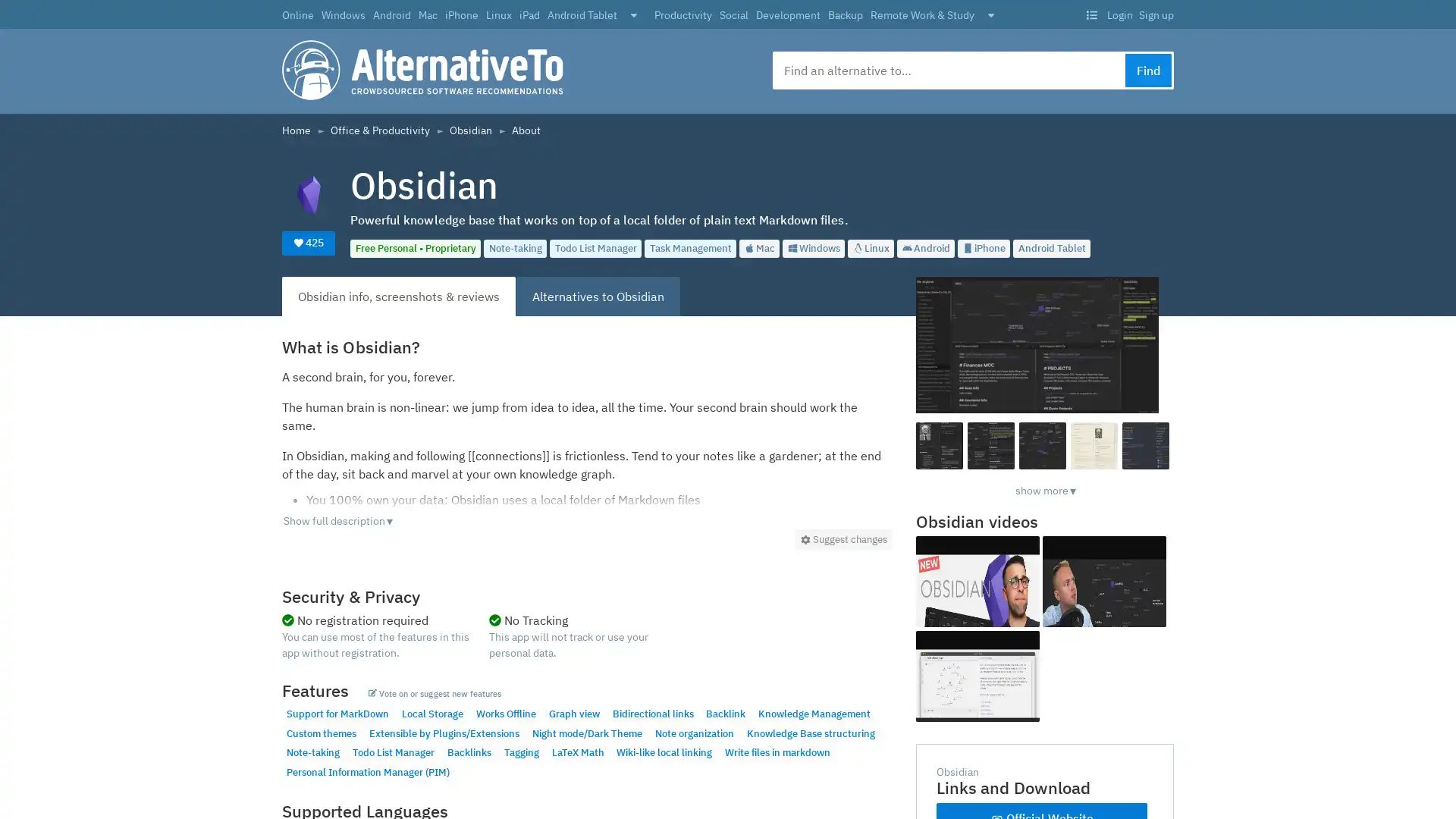  I want to click on Obsidian menu, so click(843, 538).